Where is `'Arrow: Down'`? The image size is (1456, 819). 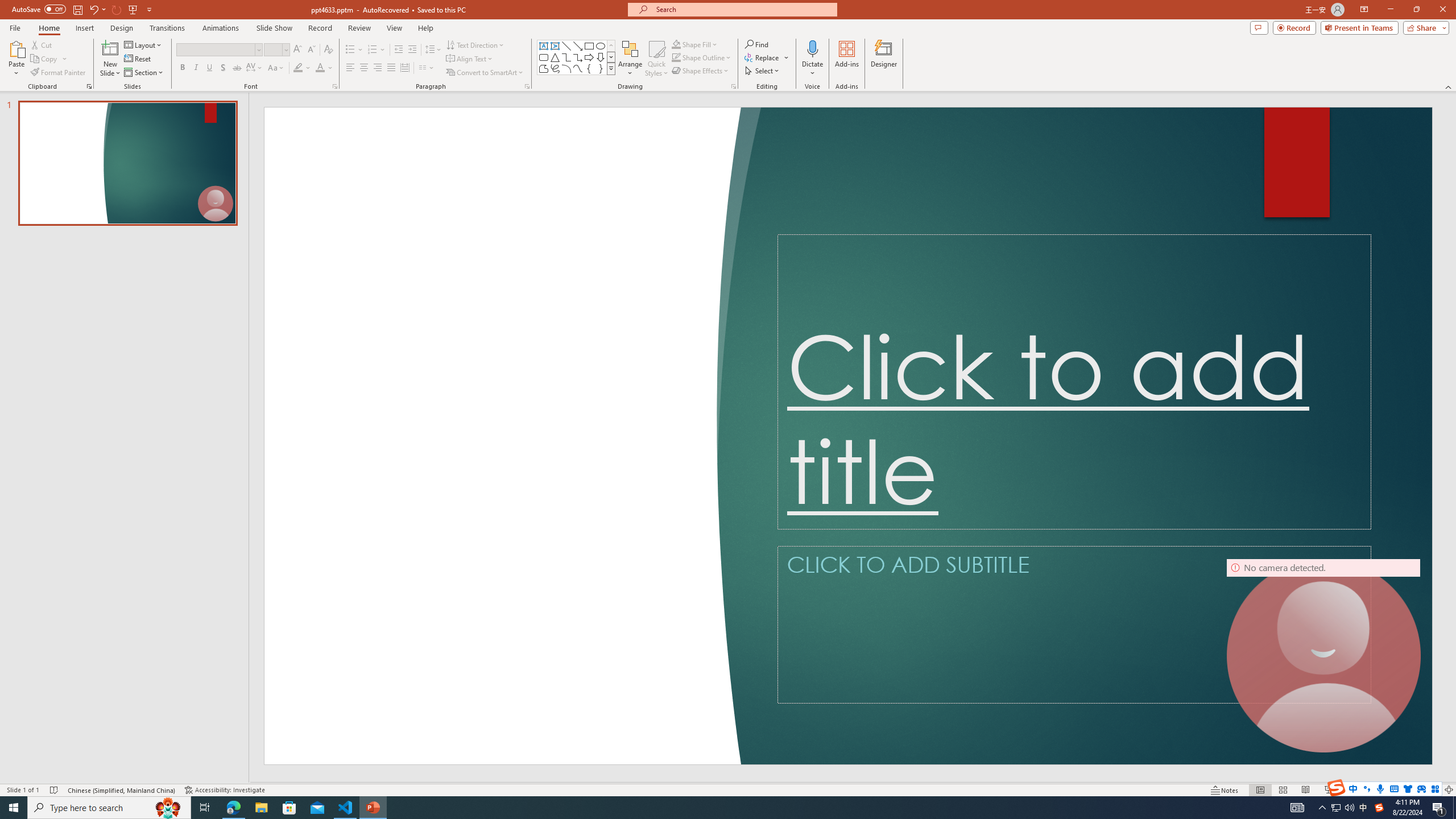
'Arrow: Down' is located at coordinates (600, 56).